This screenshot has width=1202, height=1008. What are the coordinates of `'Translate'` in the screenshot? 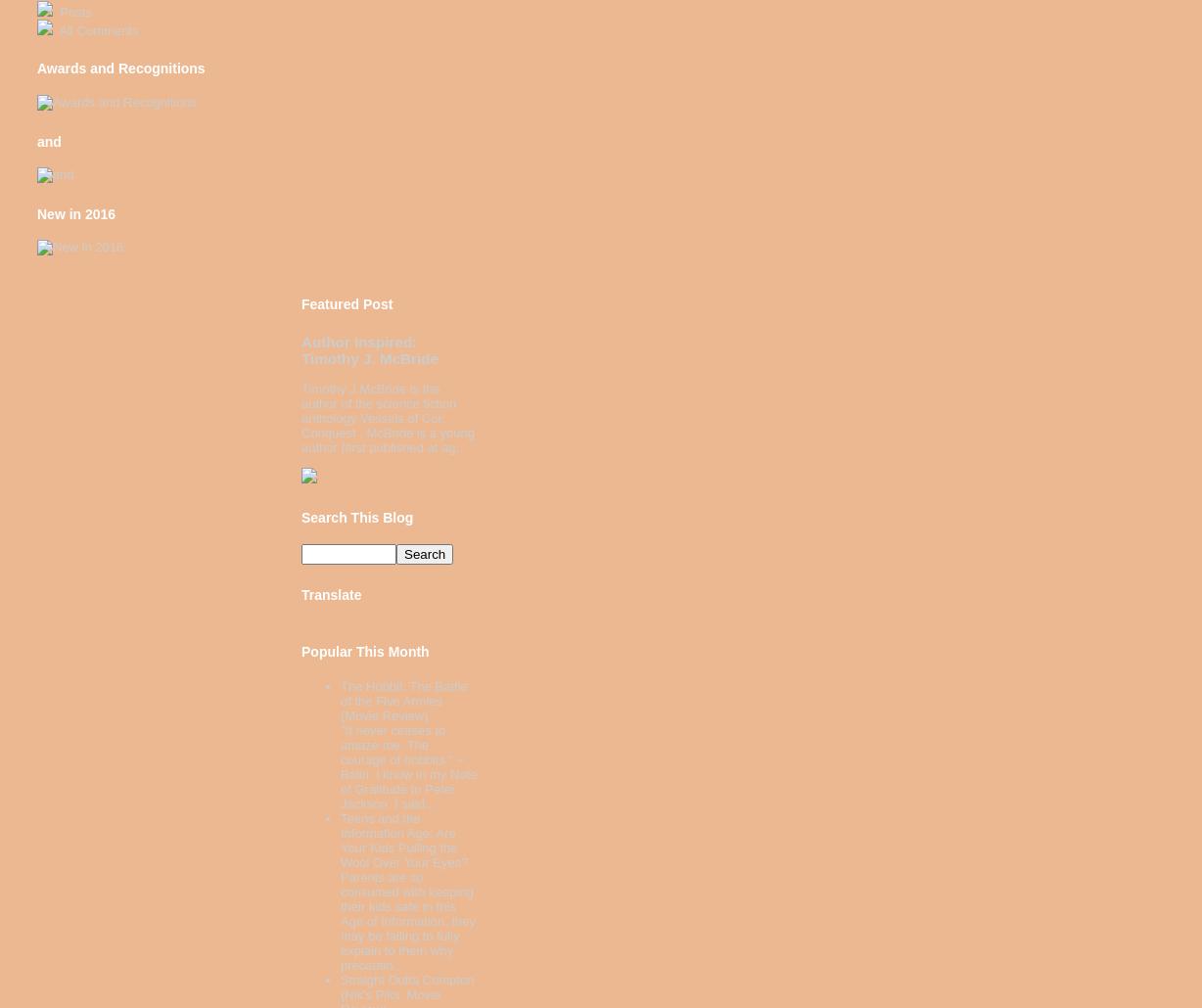 It's located at (331, 594).